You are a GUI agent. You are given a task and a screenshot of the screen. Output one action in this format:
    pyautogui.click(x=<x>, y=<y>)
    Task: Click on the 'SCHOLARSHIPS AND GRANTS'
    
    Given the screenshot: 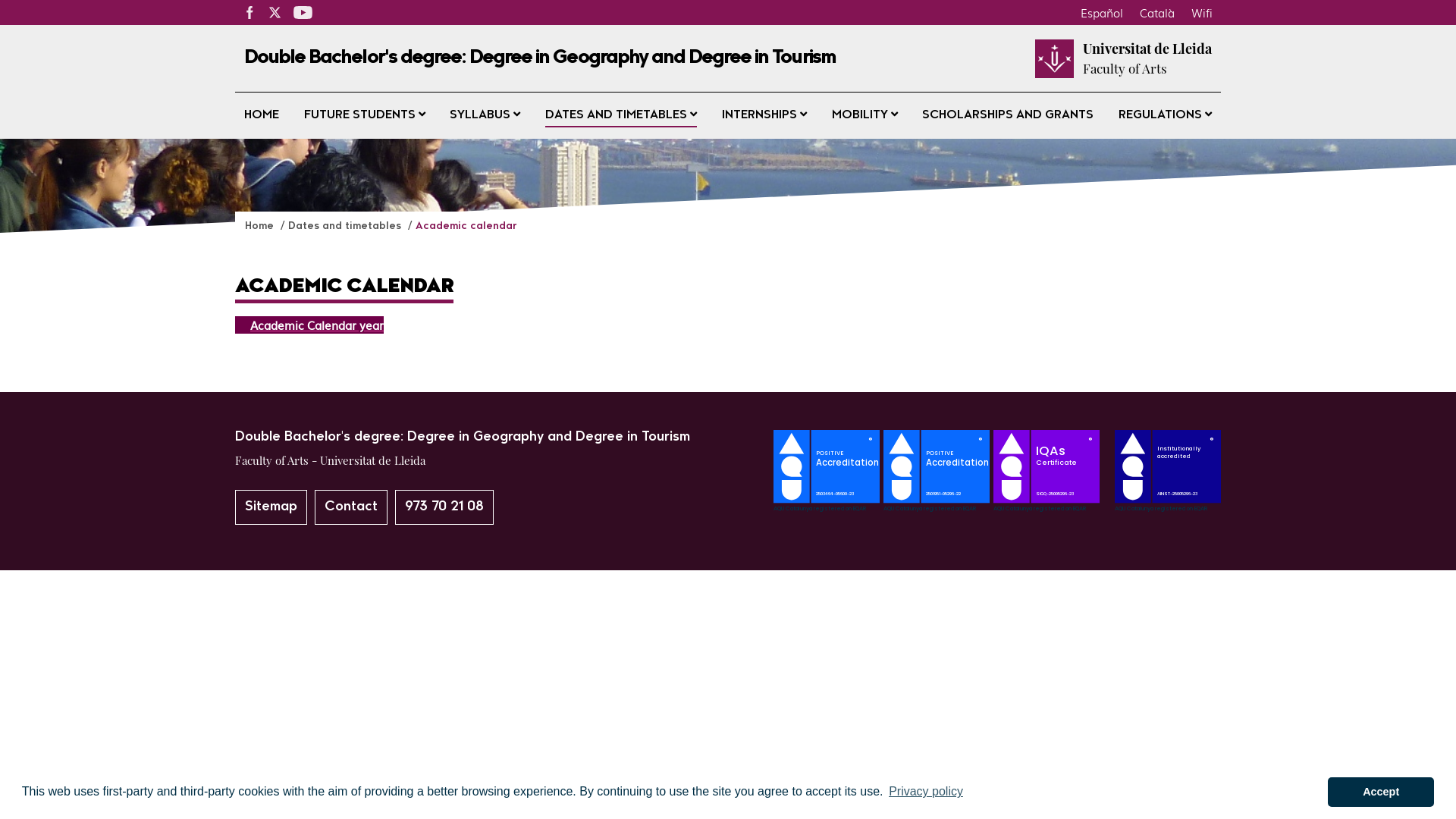 What is the action you would take?
    pyautogui.click(x=1008, y=114)
    